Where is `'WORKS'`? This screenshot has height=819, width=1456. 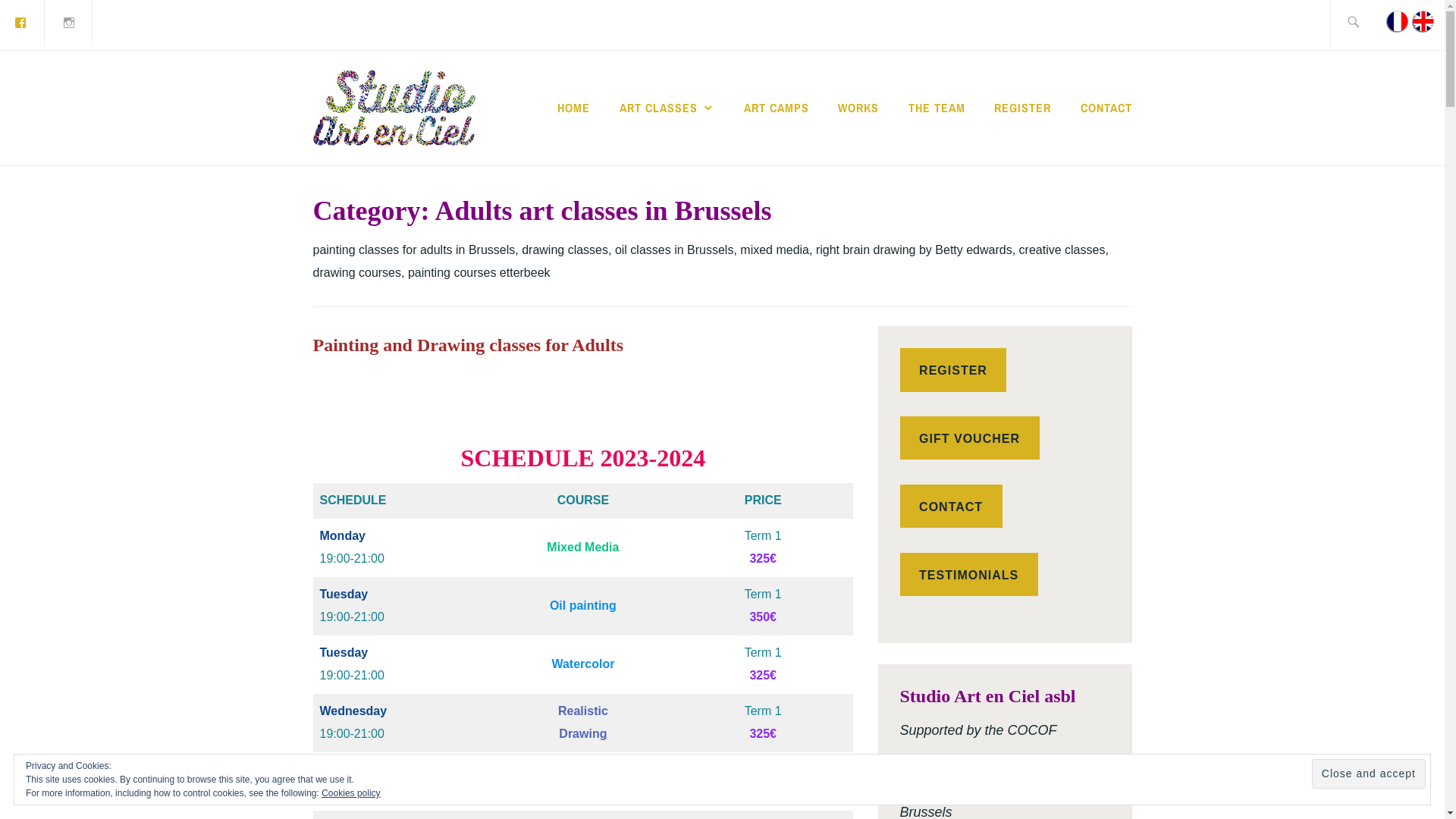
'WORKS' is located at coordinates (858, 107).